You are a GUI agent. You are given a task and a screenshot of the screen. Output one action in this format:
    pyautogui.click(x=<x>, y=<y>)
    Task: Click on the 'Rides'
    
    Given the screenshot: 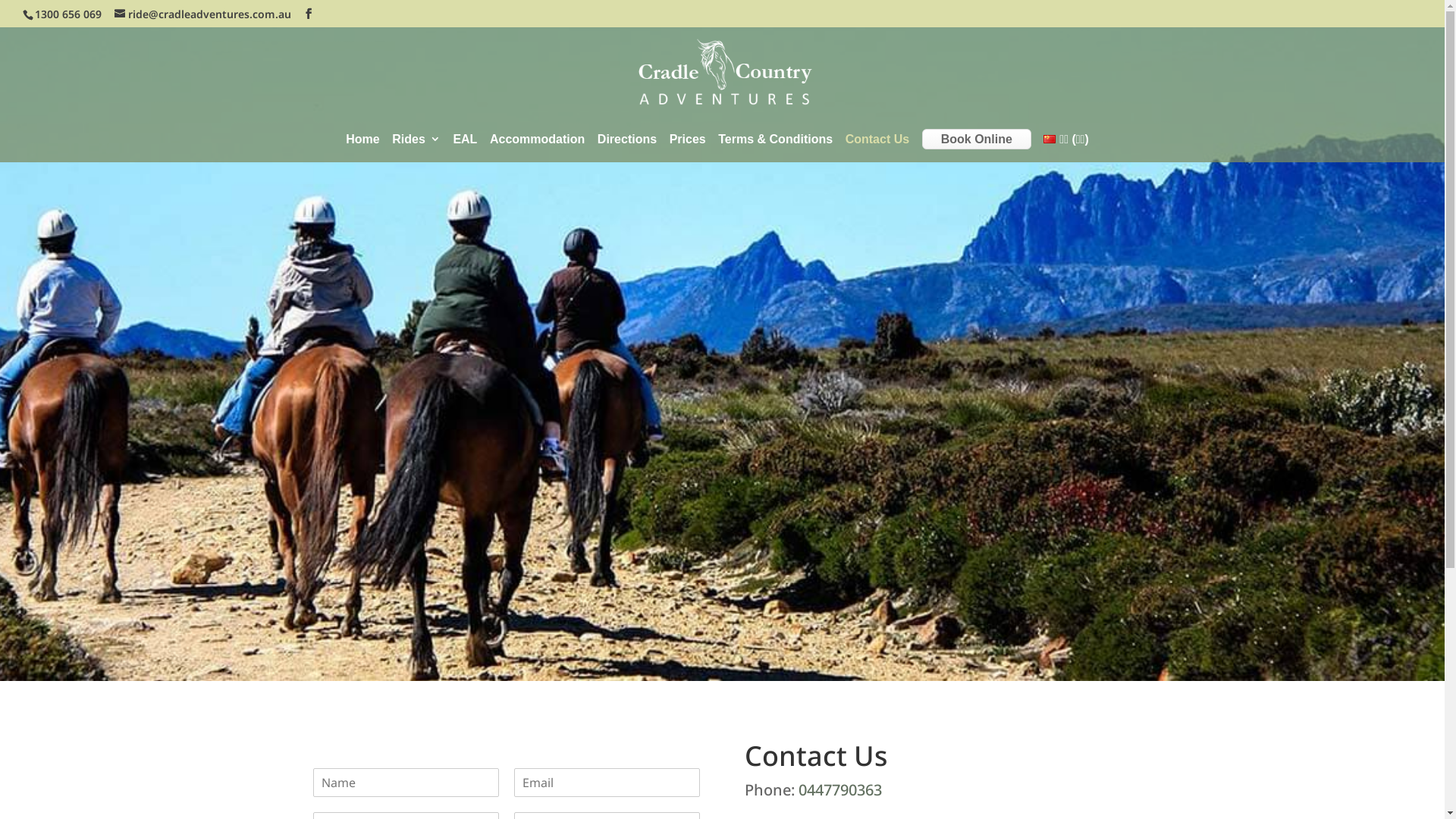 What is the action you would take?
    pyautogui.click(x=392, y=148)
    